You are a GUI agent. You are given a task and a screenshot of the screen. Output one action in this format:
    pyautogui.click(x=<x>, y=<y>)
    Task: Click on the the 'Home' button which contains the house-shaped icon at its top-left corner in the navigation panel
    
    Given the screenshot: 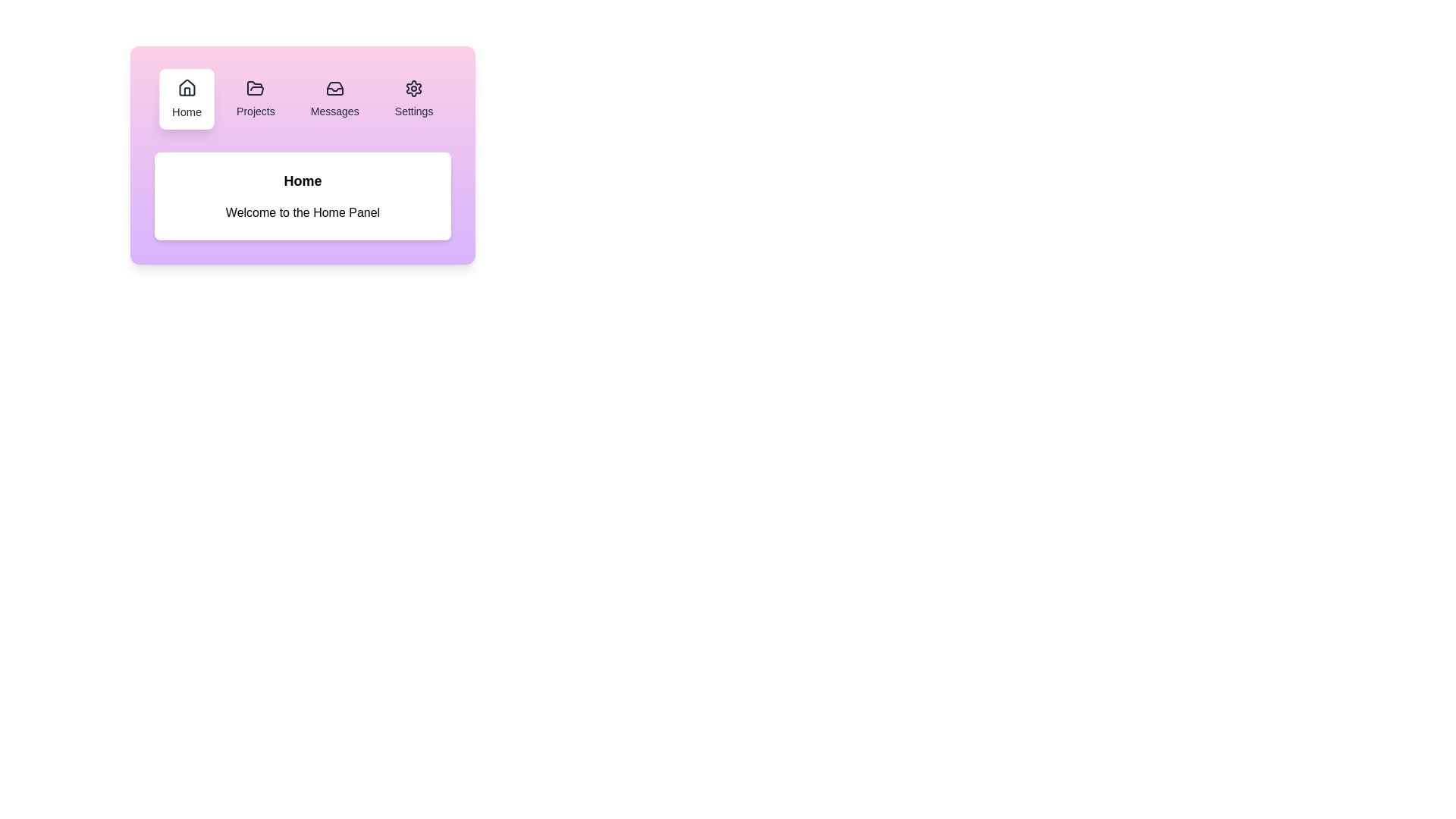 What is the action you would take?
    pyautogui.click(x=185, y=87)
    